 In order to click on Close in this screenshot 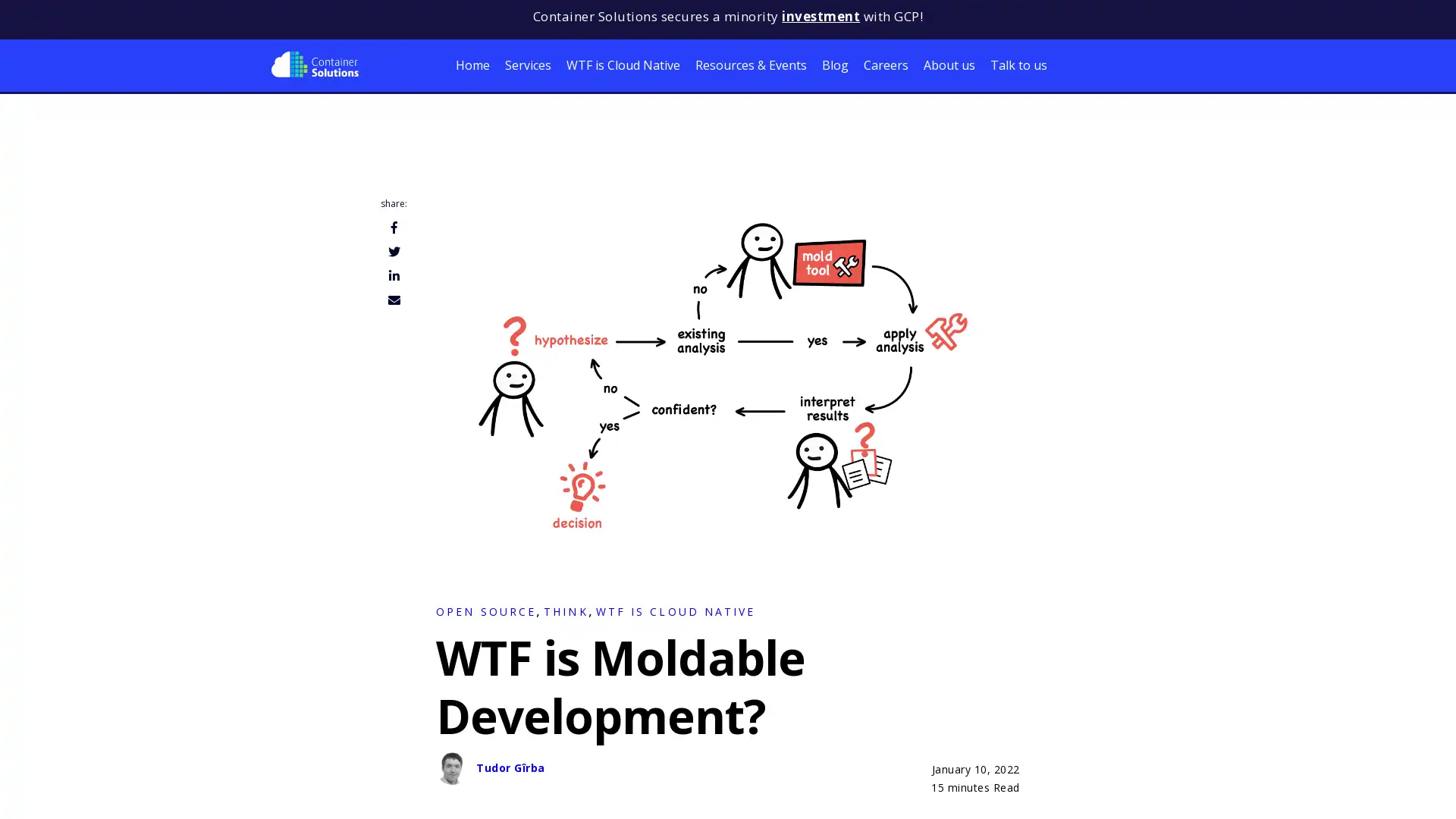, I will do `click(303, 705)`.